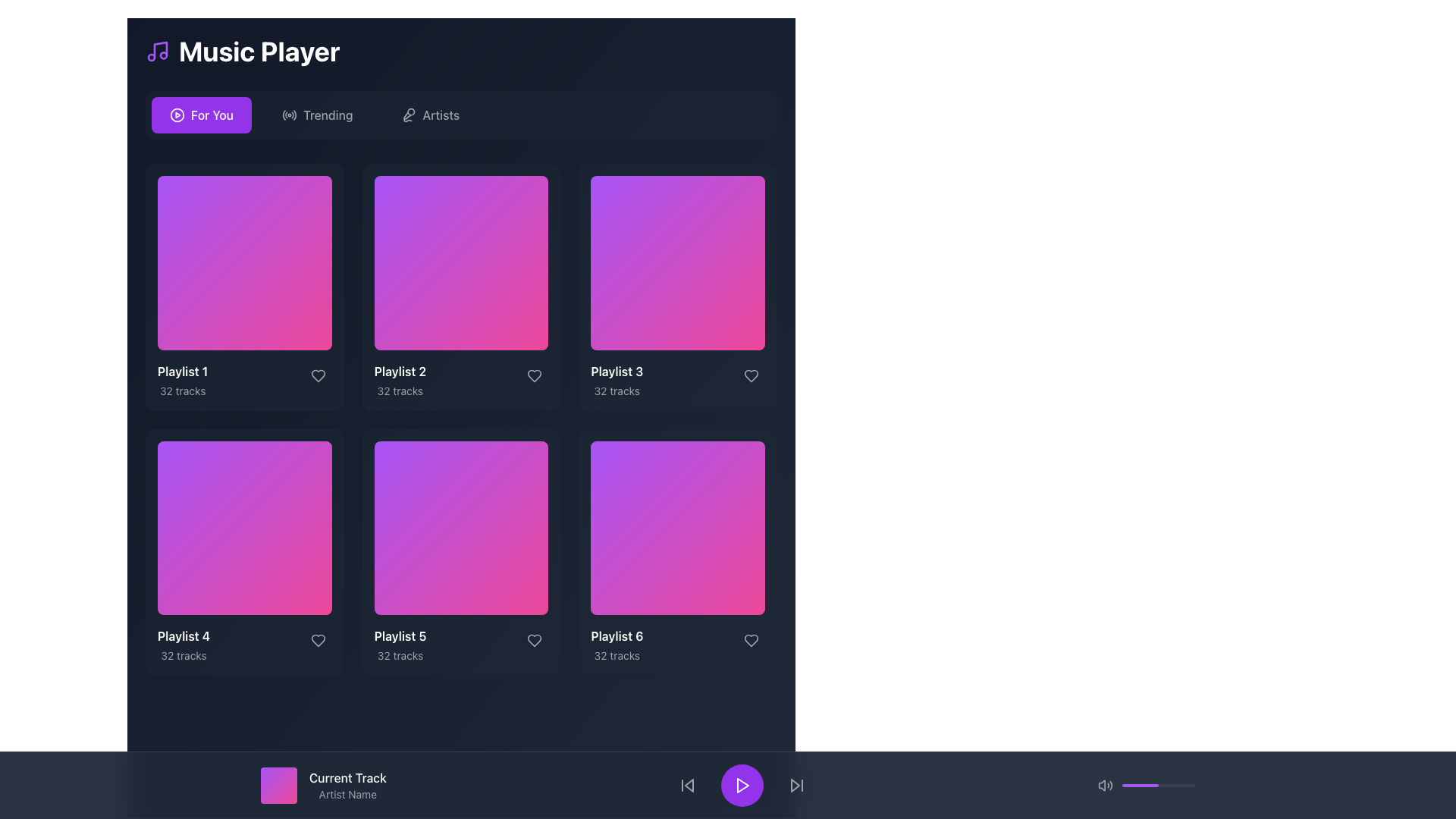  Describe the element at coordinates (742, 785) in the screenshot. I see `the circular purple button with a white play icon located in the bottom navigation bar to play the media` at that location.